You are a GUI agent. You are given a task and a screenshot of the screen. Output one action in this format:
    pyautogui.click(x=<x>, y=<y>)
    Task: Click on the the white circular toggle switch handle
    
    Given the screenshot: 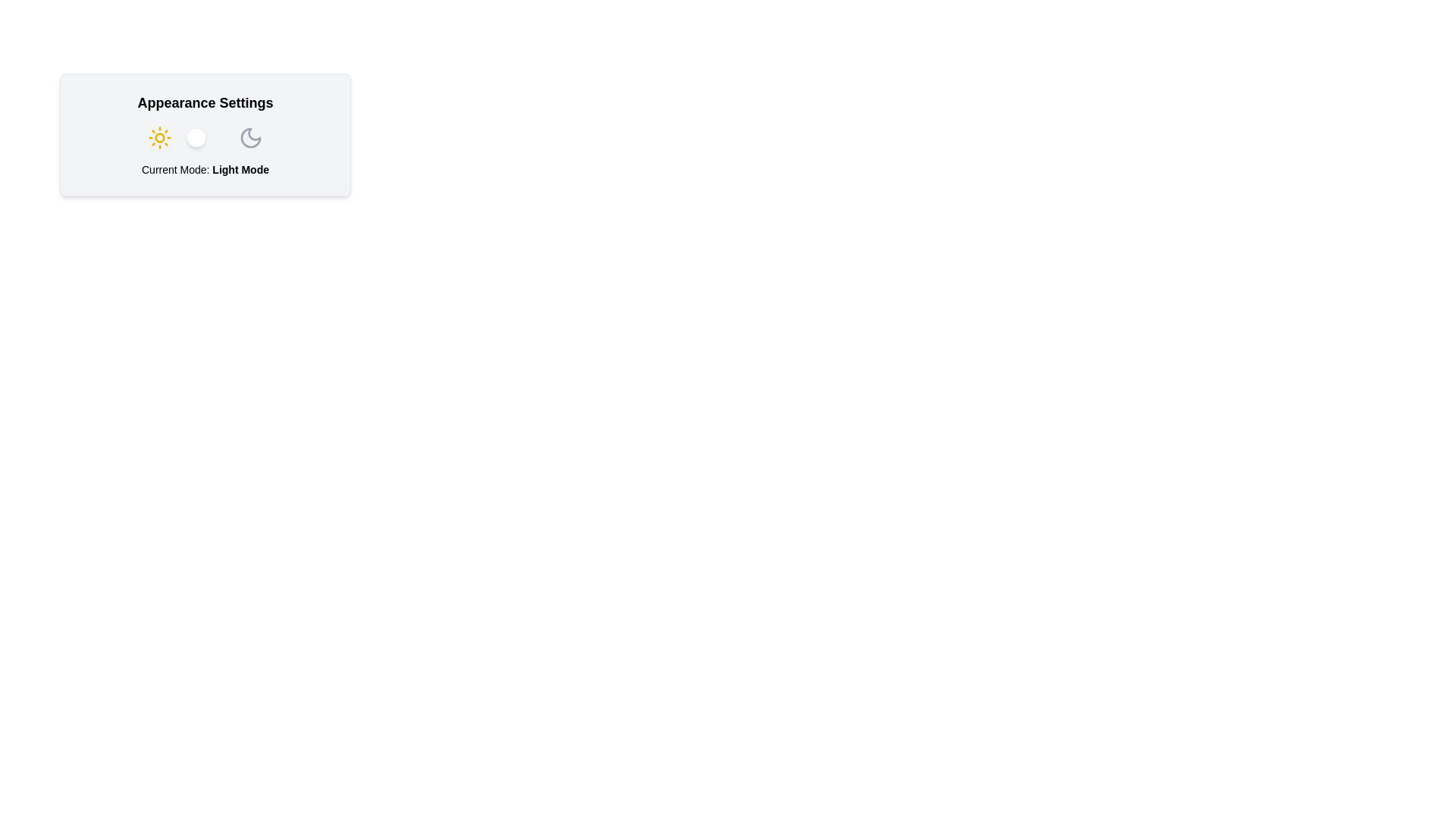 What is the action you would take?
    pyautogui.click(x=196, y=137)
    